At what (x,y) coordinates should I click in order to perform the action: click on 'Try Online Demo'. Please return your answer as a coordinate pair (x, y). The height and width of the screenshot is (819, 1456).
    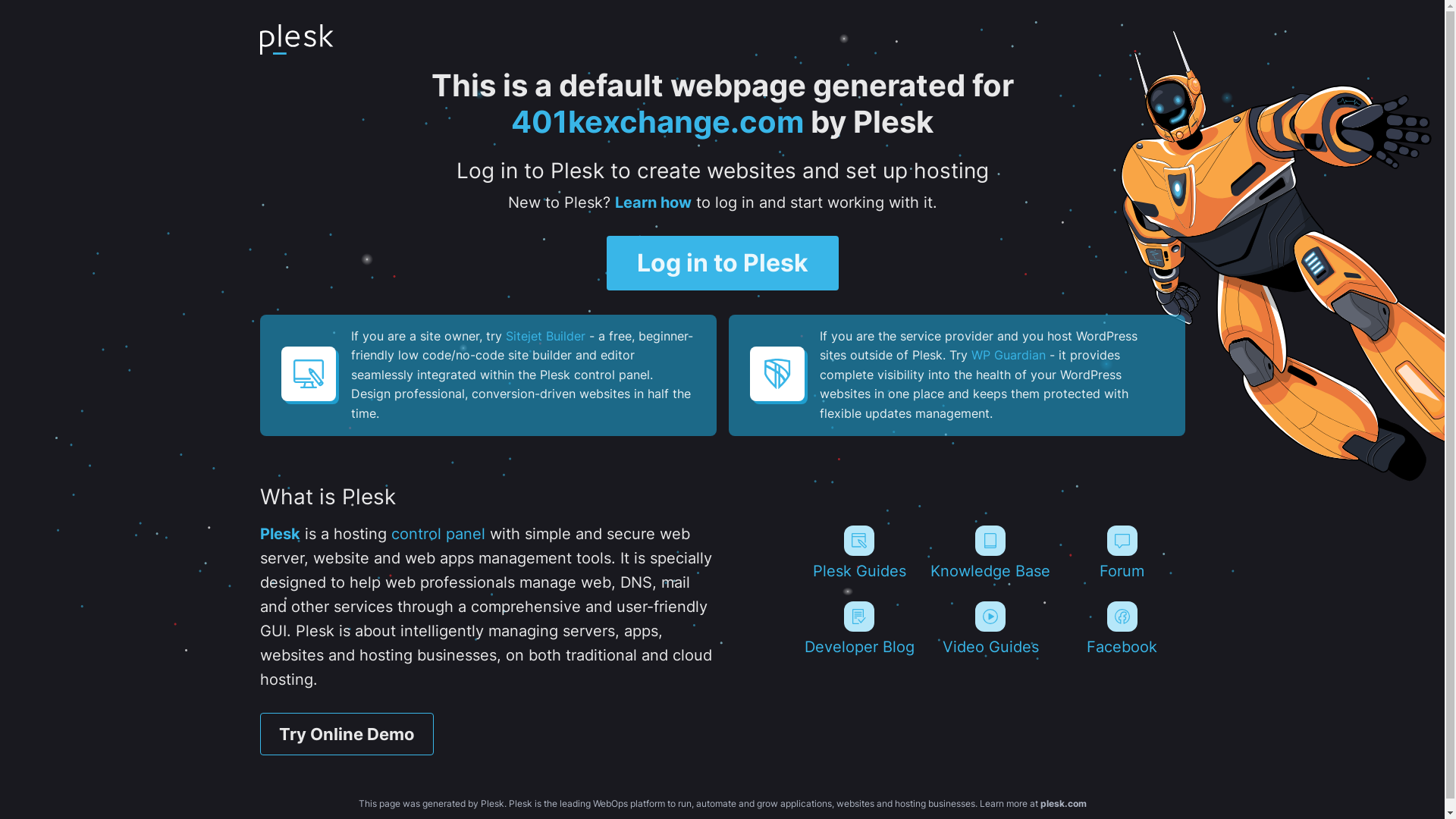
    Looking at the image, I should click on (259, 733).